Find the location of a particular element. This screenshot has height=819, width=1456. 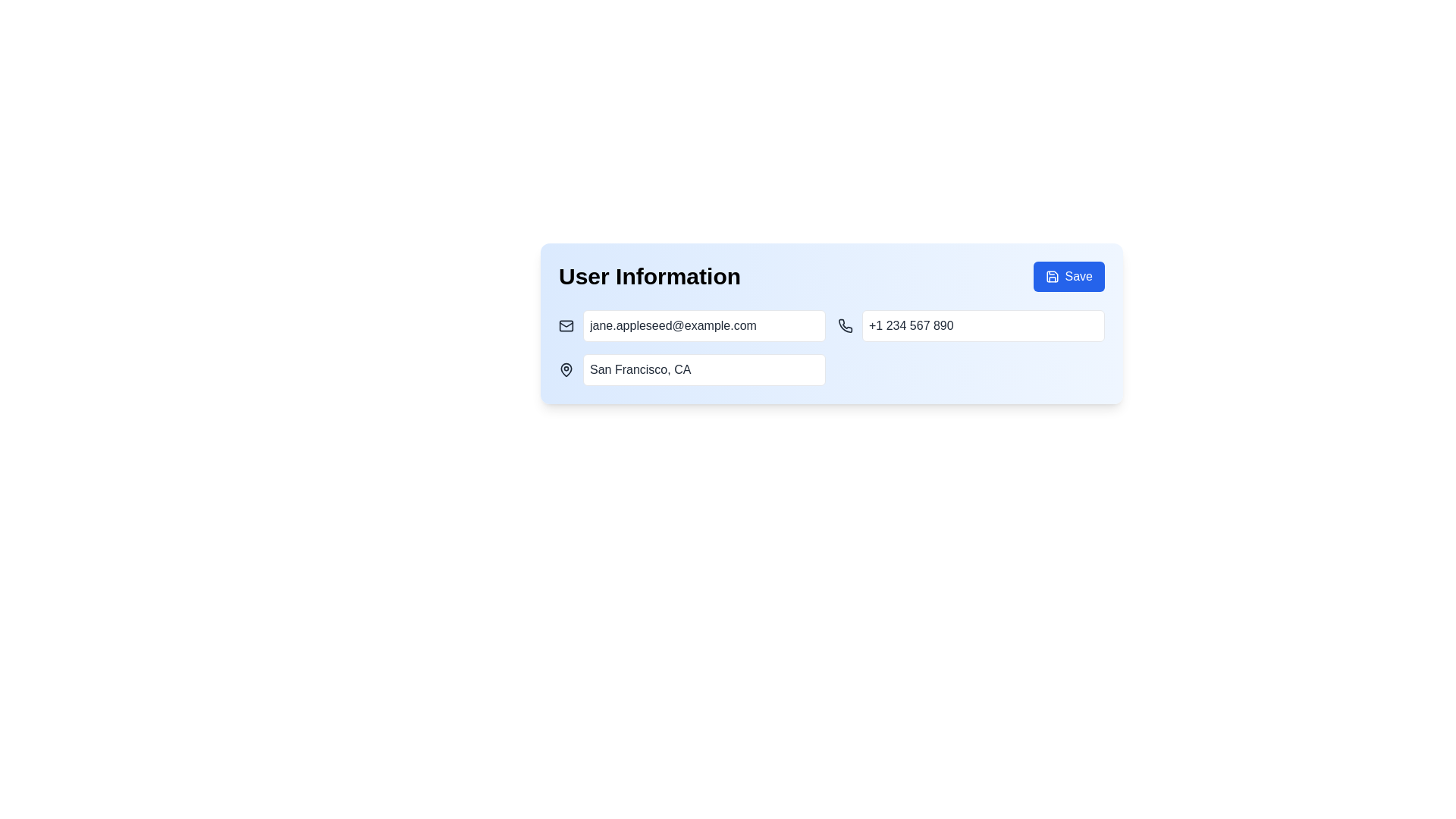

the heading text label that provides context for the user information section below it is located at coordinates (650, 277).